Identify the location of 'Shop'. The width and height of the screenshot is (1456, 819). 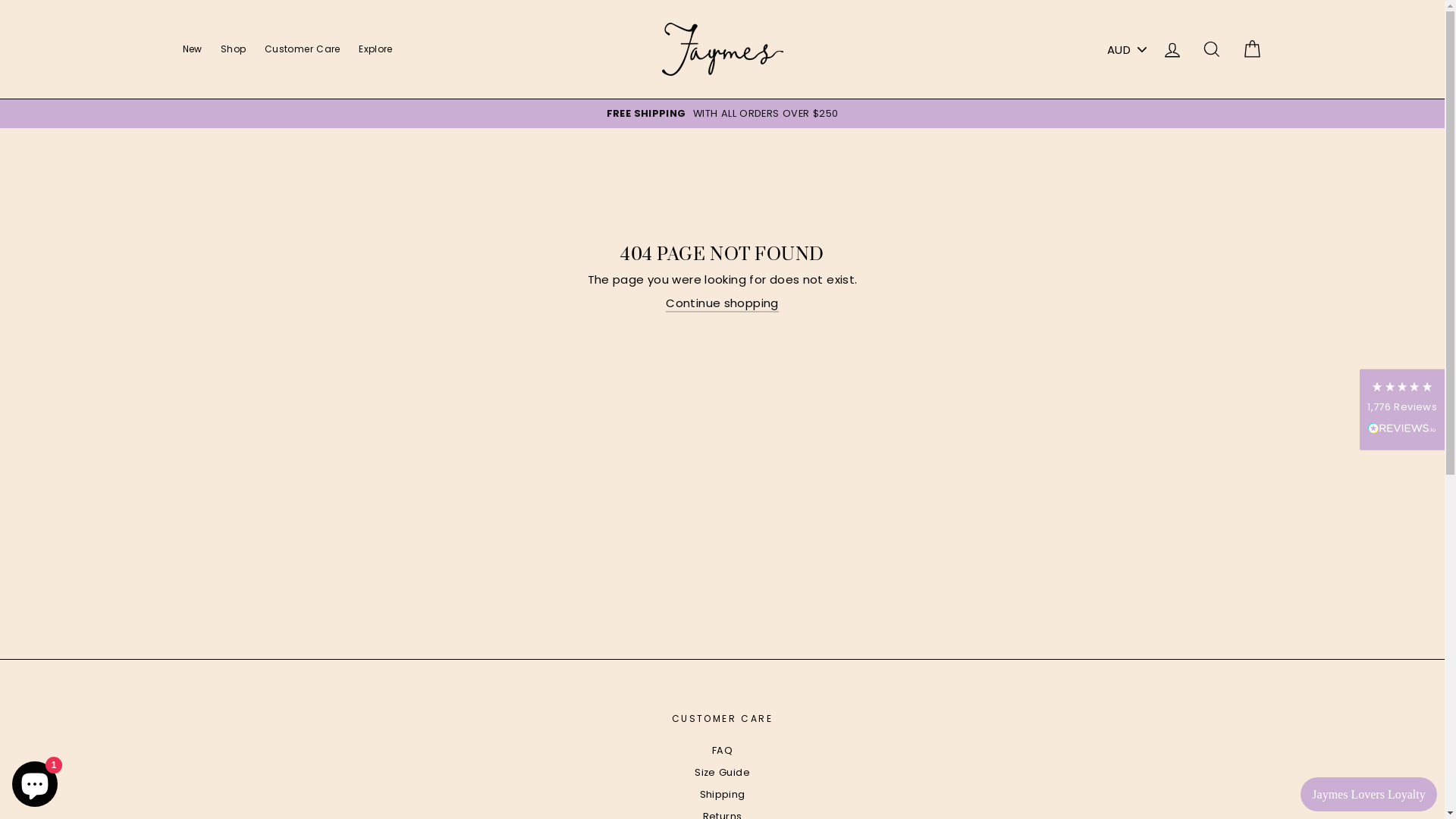
(232, 49).